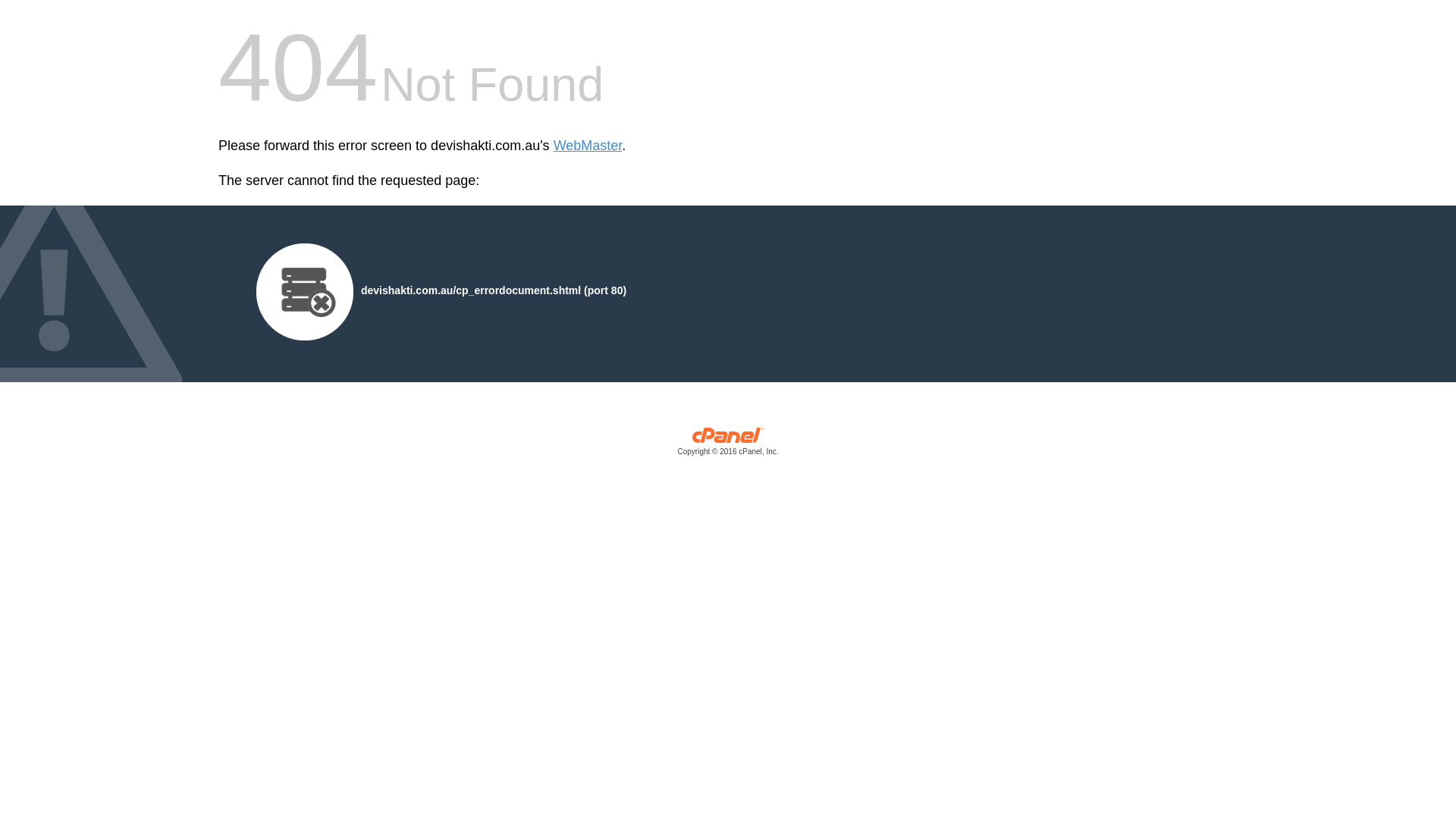 Image resolution: width=1456 pixels, height=819 pixels. I want to click on 'WebMaster', so click(587, 146).